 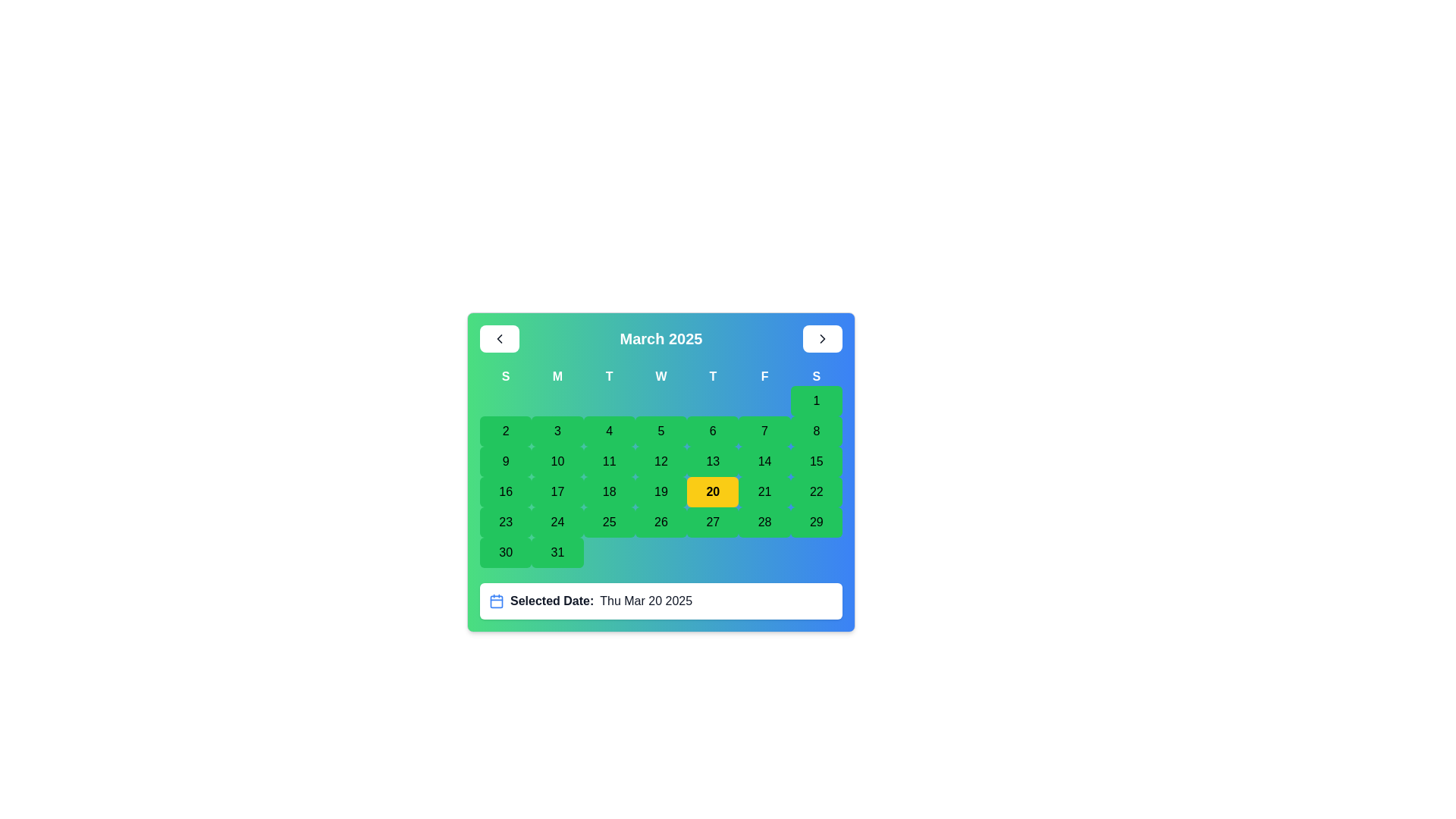 I want to click on the rectangular button displaying the number '4' in bold text, located in the second row, fourth column of the calendar grid, so click(x=609, y=431).